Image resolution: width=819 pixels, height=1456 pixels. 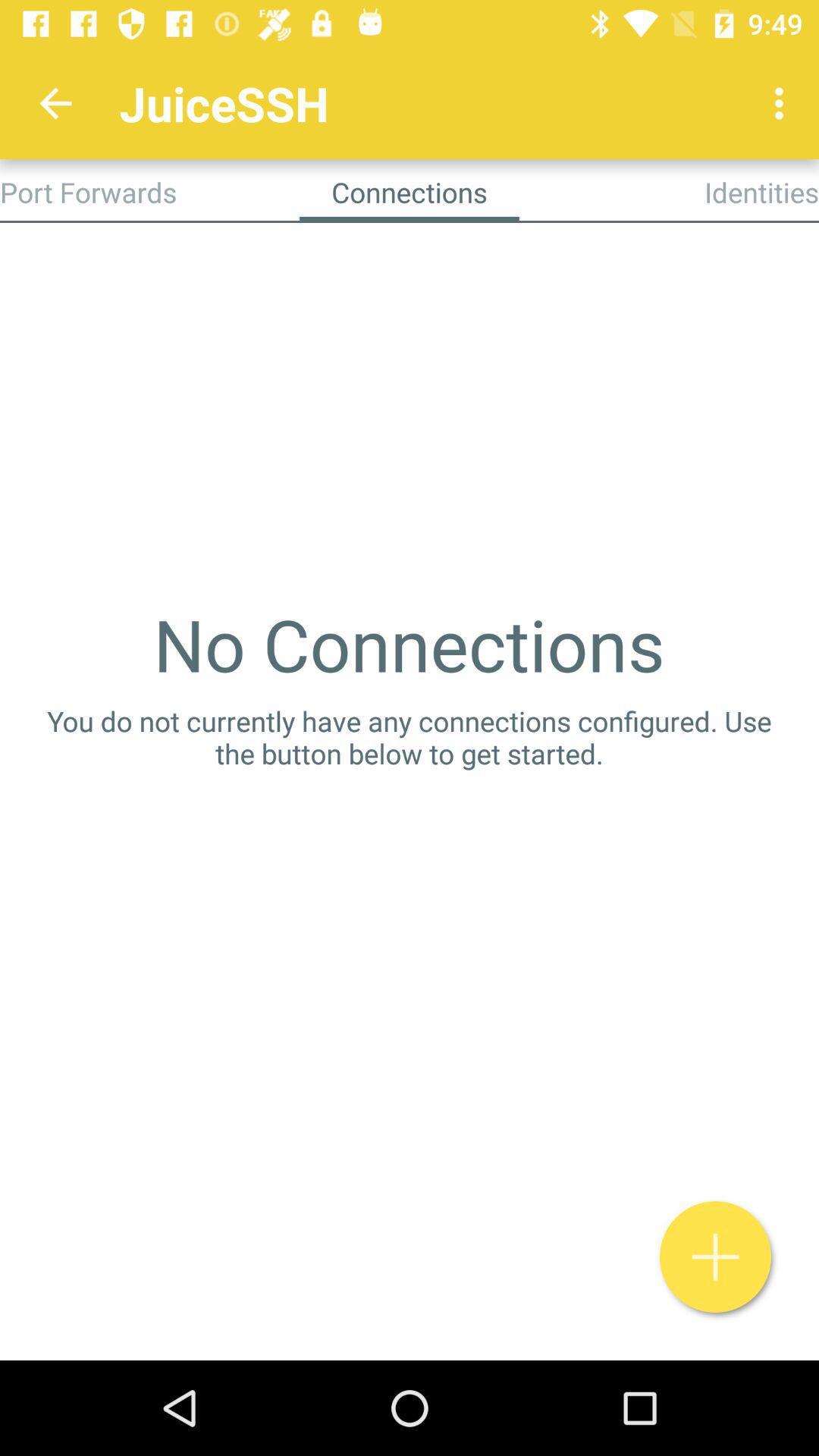 What do you see at coordinates (408, 644) in the screenshot?
I see `the icon above the you do not item` at bounding box center [408, 644].